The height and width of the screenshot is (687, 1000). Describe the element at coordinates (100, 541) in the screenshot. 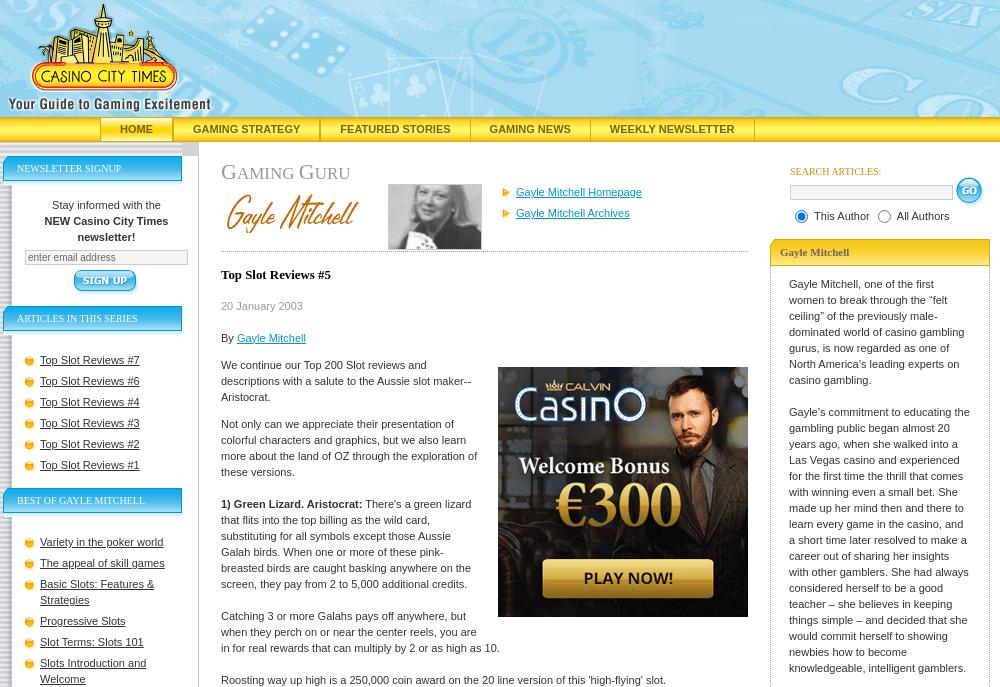

I see `'Variety in the poker world'` at that location.